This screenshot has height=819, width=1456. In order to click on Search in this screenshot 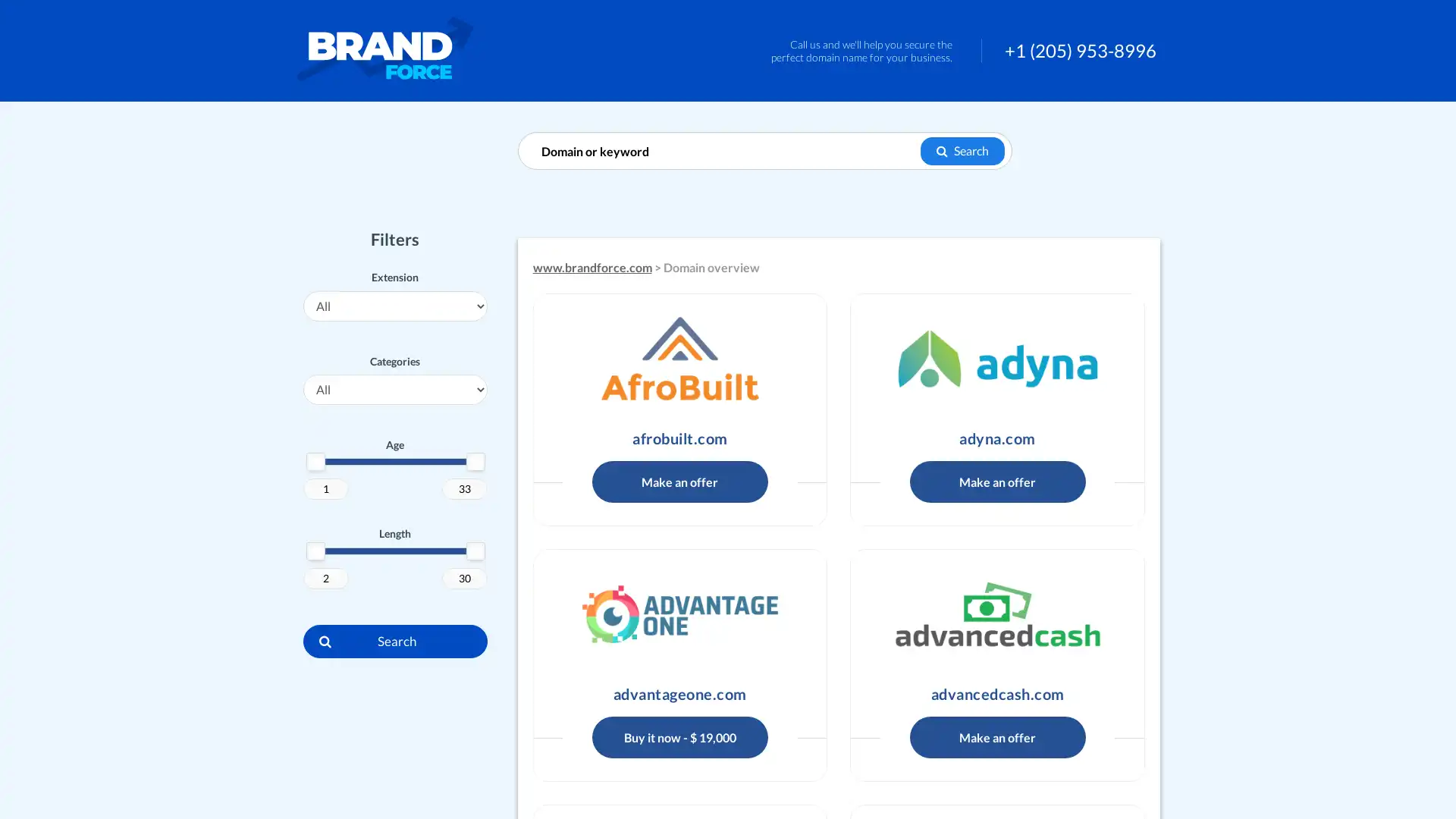, I will do `click(395, 640)`.